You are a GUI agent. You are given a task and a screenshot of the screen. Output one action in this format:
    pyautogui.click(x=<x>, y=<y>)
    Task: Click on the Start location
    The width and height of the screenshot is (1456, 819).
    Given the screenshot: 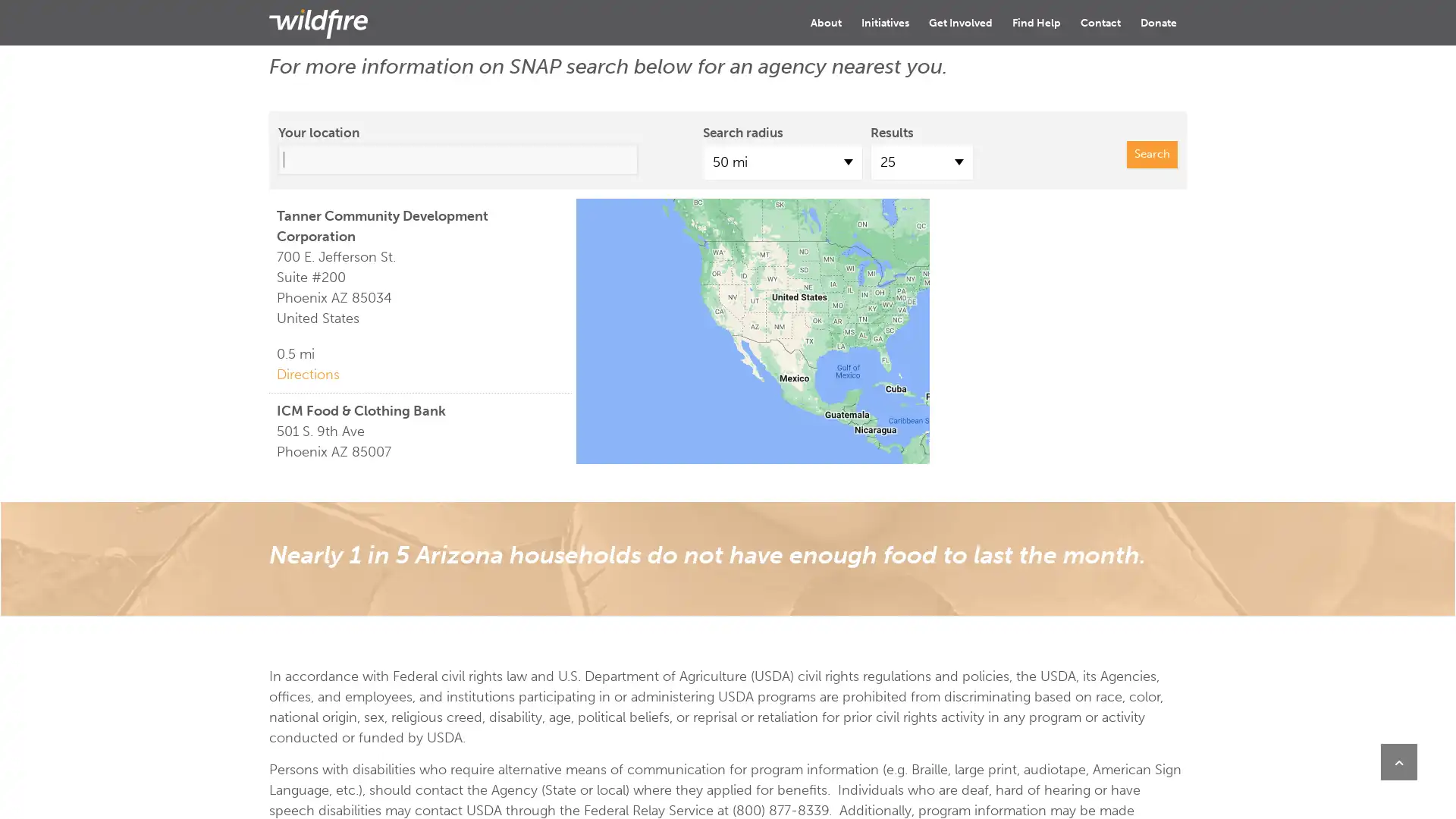 What is the action you would take?
    pyautogui.click(x=874, y=320)
    